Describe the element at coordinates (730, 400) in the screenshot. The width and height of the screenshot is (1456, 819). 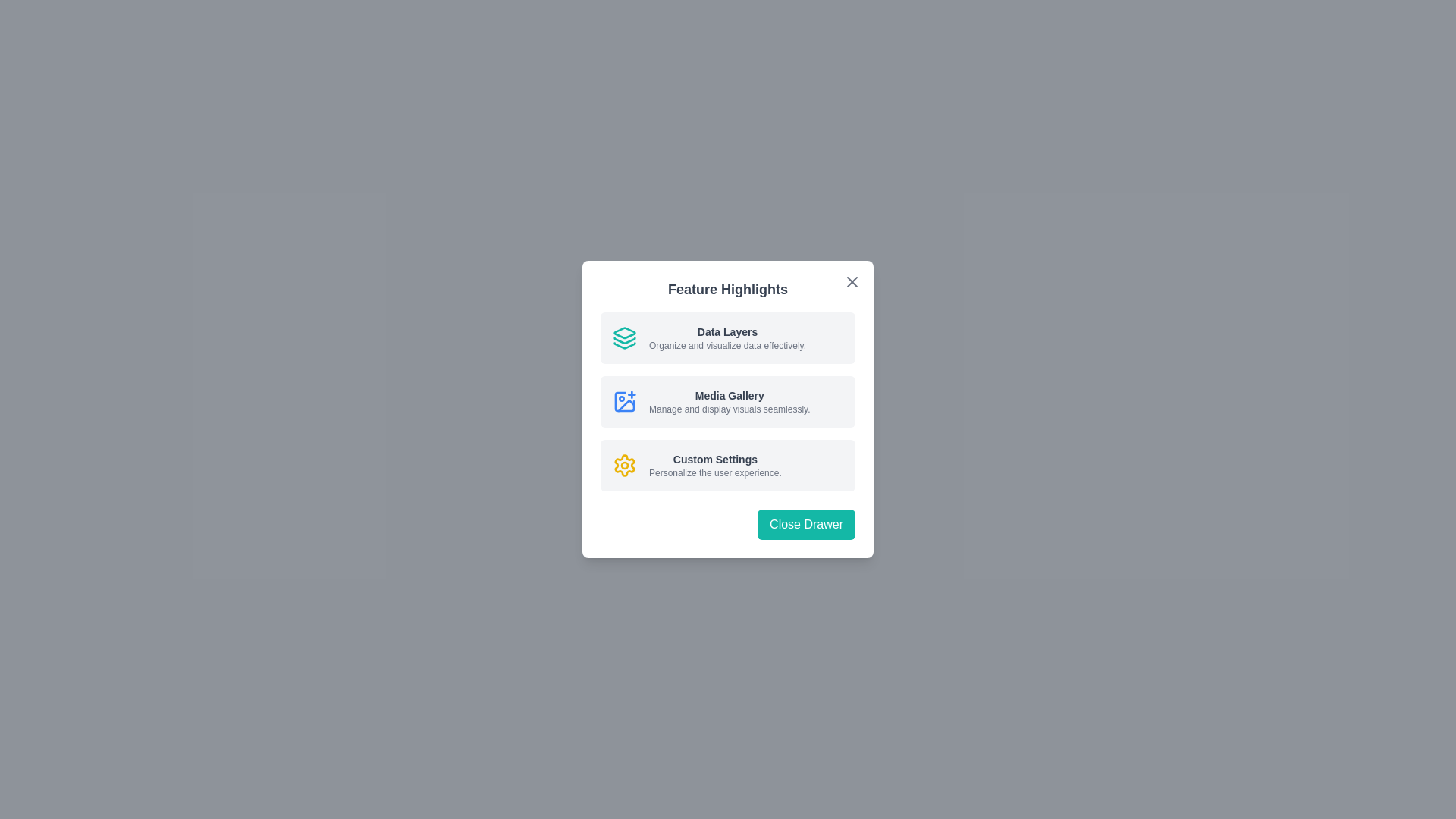
I see `the 'Media Gallery' text section in the second option of the vertical list` at that location.